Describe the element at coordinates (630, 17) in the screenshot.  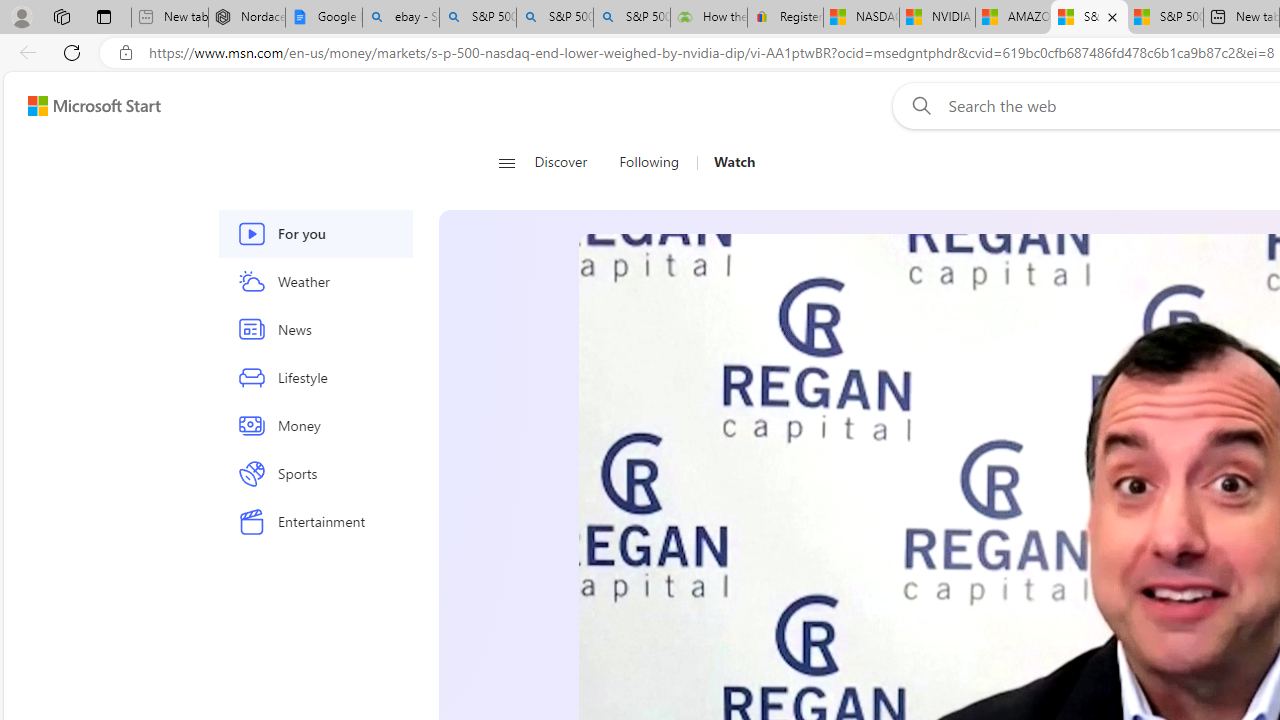
I see `'S&P 500 index financial crisis decline - Search'` at that location.